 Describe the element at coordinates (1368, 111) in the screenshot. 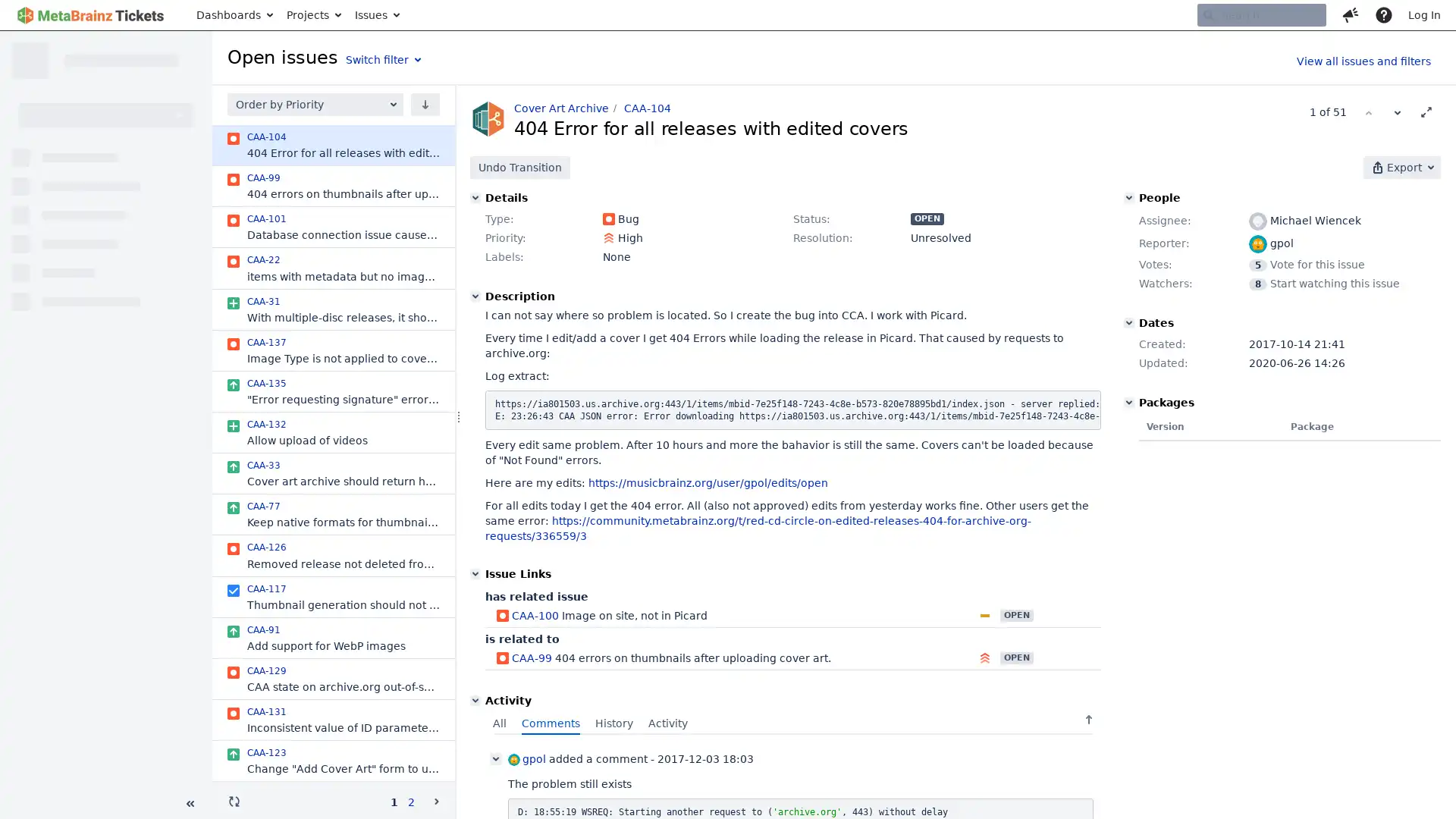

I see `Not available - this is the first issue` at that location.